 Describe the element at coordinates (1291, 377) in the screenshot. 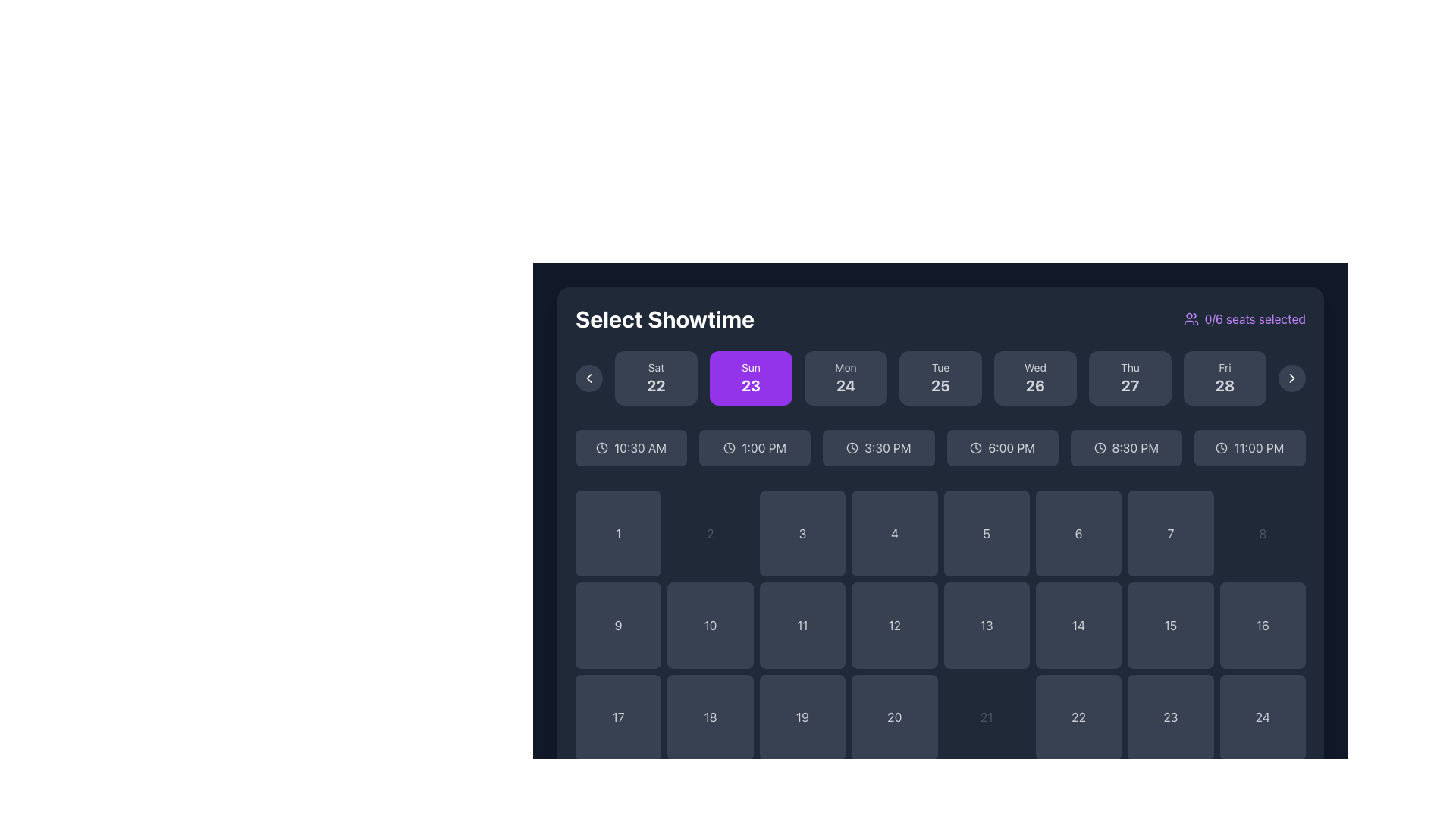

I see `the forward navigation button located in the top-right portion of the navigation bar` at that location.